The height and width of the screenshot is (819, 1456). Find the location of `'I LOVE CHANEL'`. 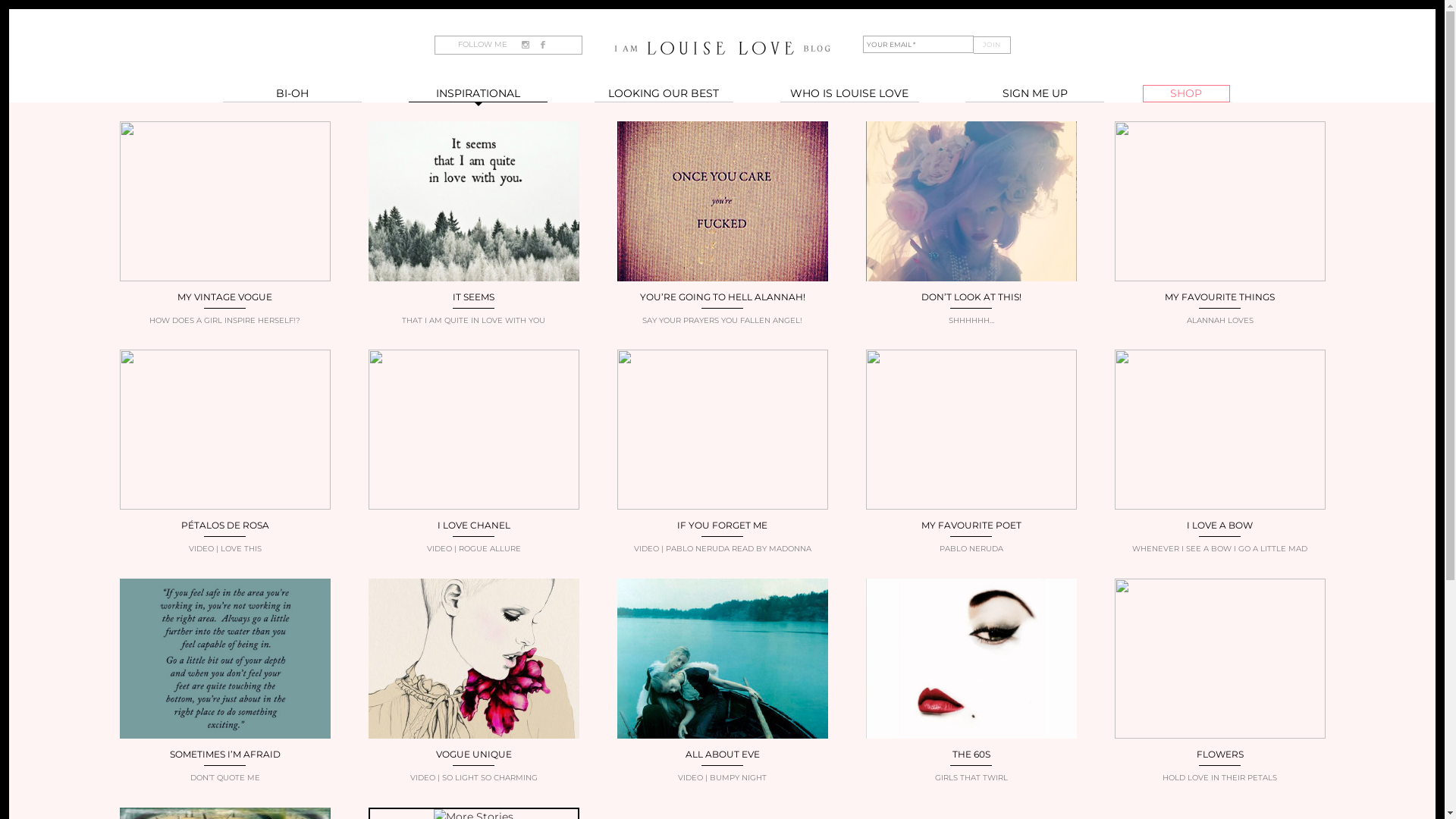

'I LOVE CHANEL' is located at coordinates (472, 524).